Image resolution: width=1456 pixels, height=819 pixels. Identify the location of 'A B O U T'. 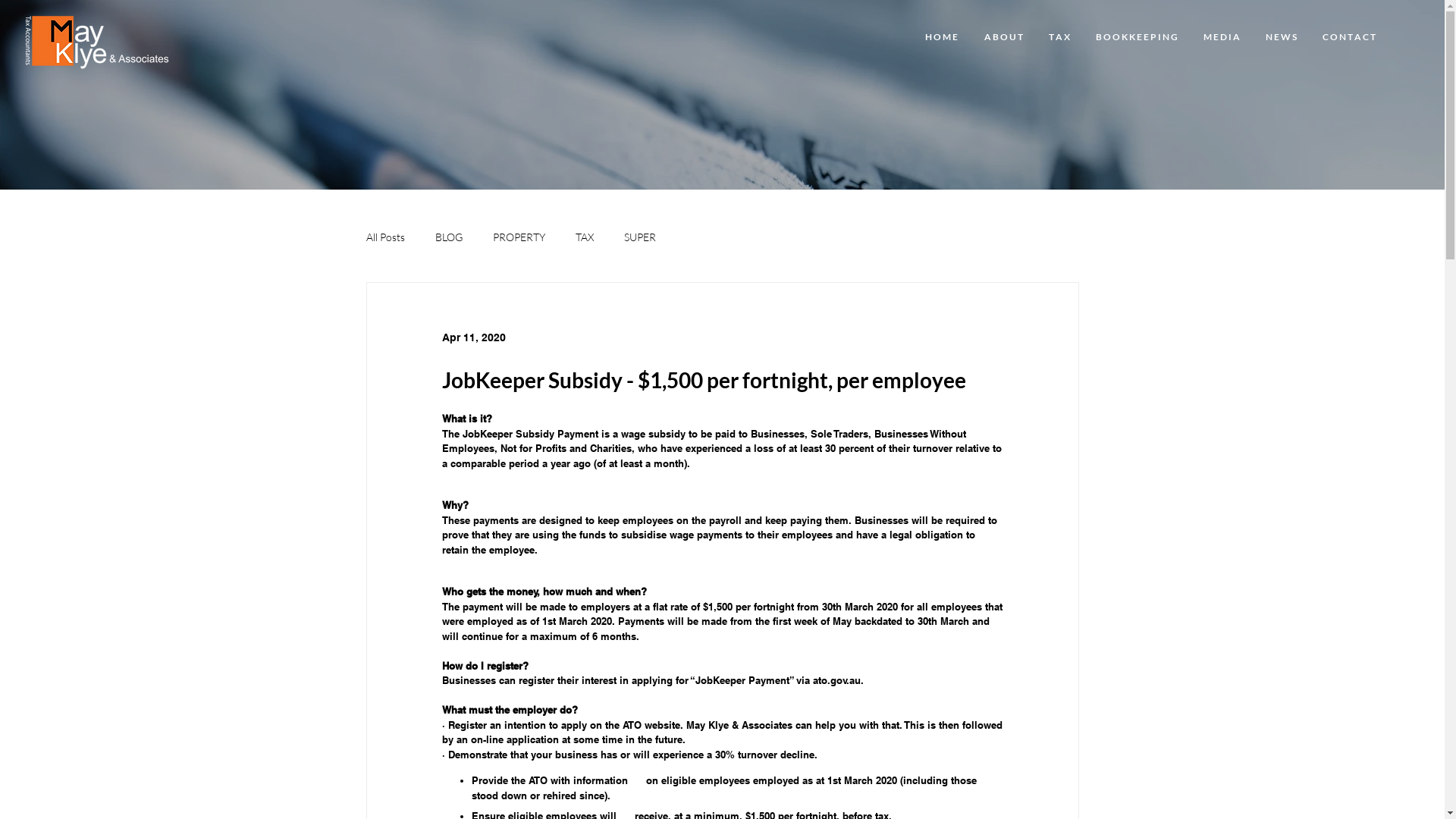
(971, 36).